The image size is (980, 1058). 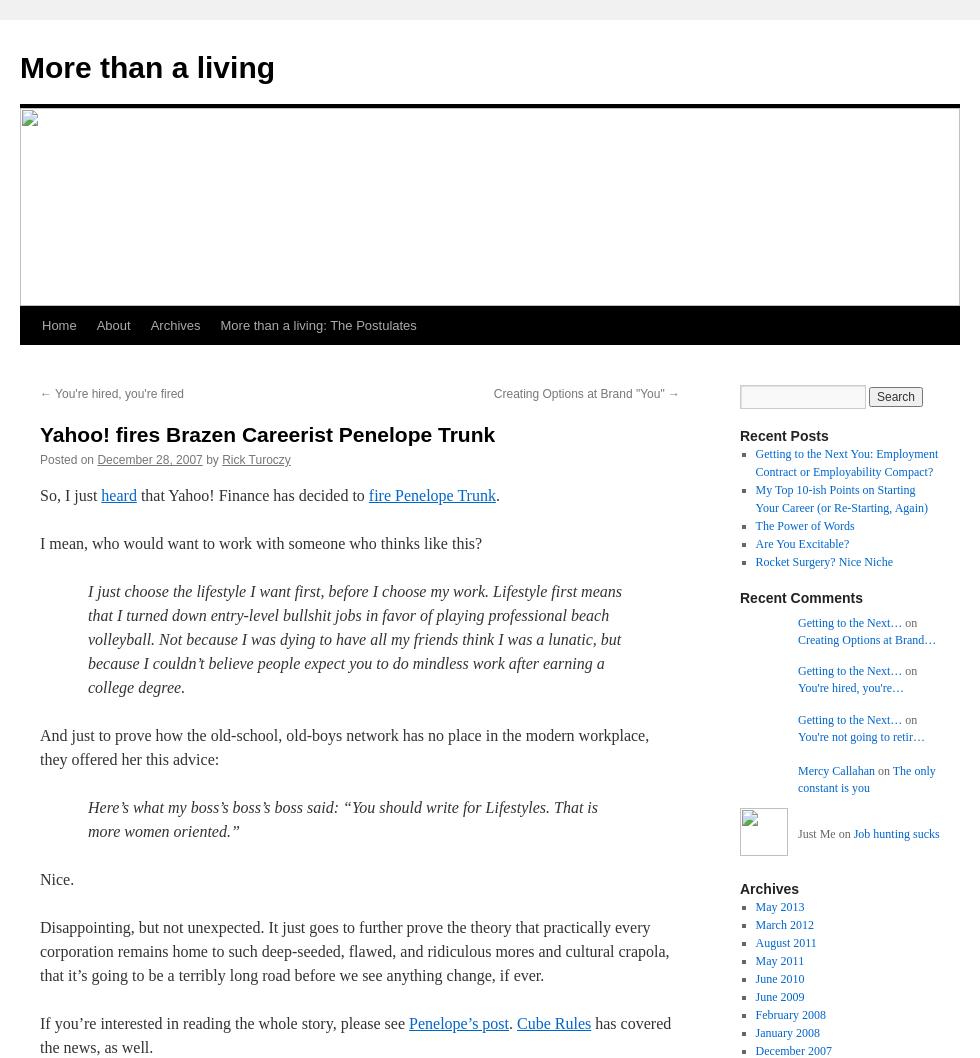 I want to click on 'Cube Rules', so click(x=553, y=1022).